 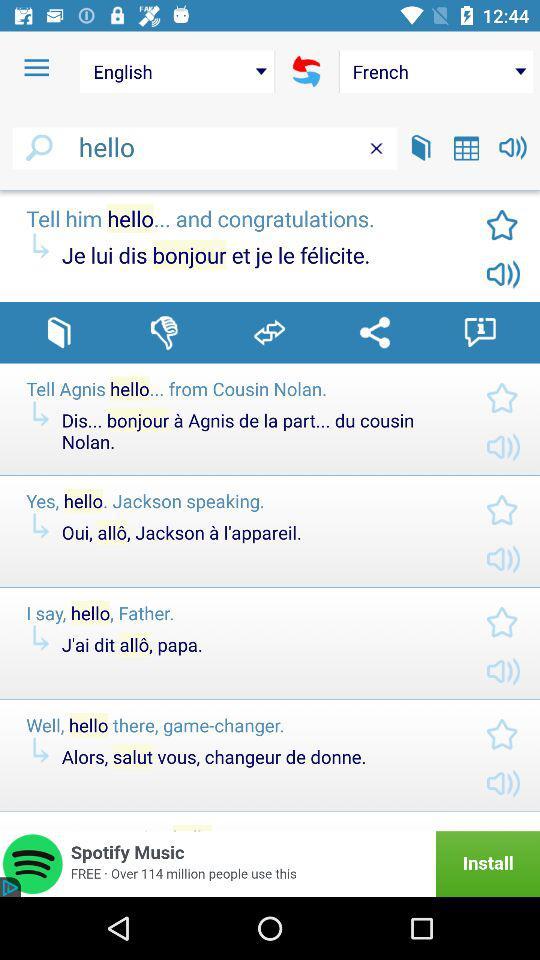 What do you see at coordinates (513, 146) in the screenshot?
I see `volume` at bounding box center [513, 146].